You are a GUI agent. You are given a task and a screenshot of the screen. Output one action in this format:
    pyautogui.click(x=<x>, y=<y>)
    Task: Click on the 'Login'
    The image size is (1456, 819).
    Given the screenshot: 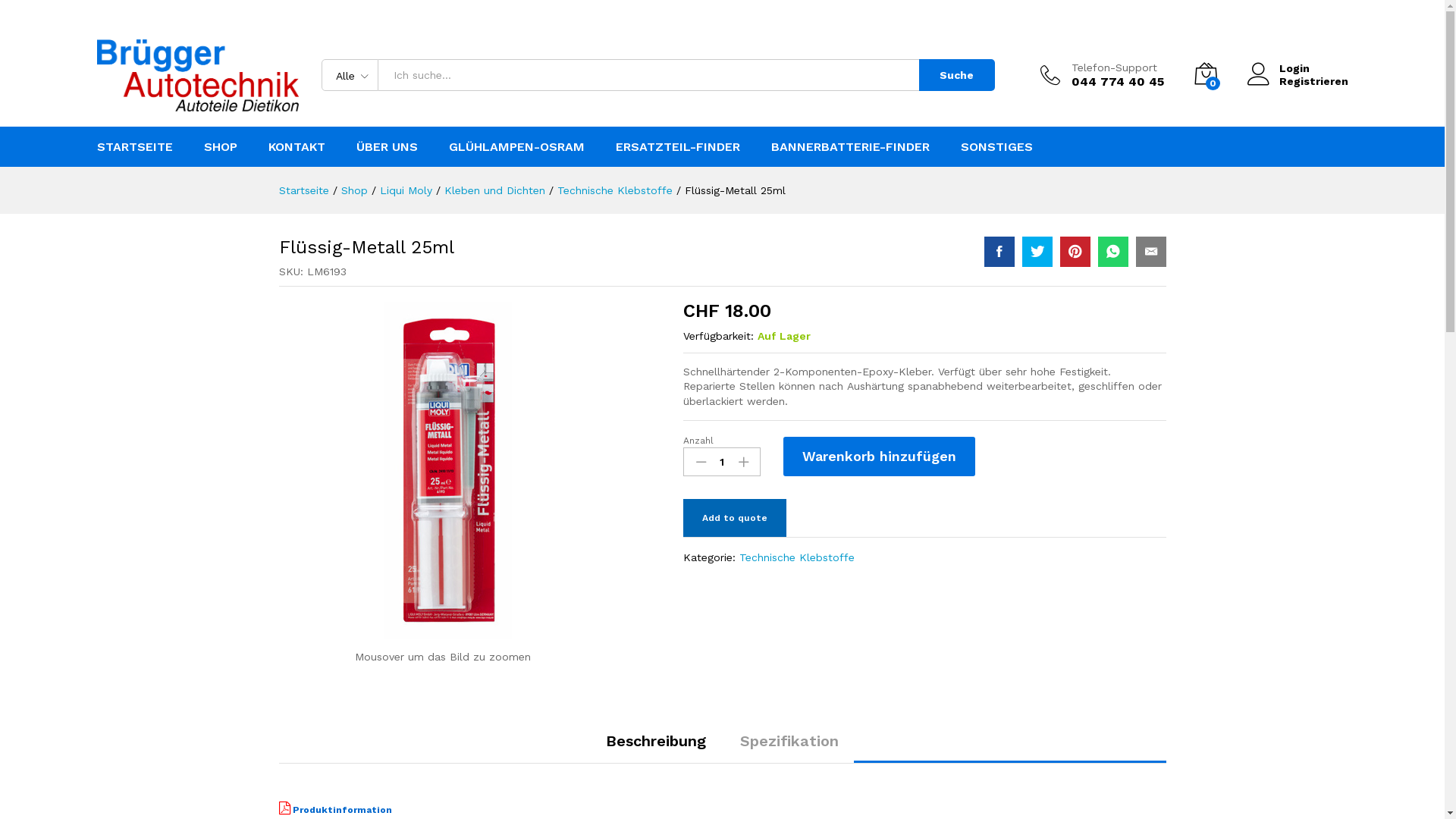 What is the action you would take?
    pyautogui.click(x=1296, y=68)
    